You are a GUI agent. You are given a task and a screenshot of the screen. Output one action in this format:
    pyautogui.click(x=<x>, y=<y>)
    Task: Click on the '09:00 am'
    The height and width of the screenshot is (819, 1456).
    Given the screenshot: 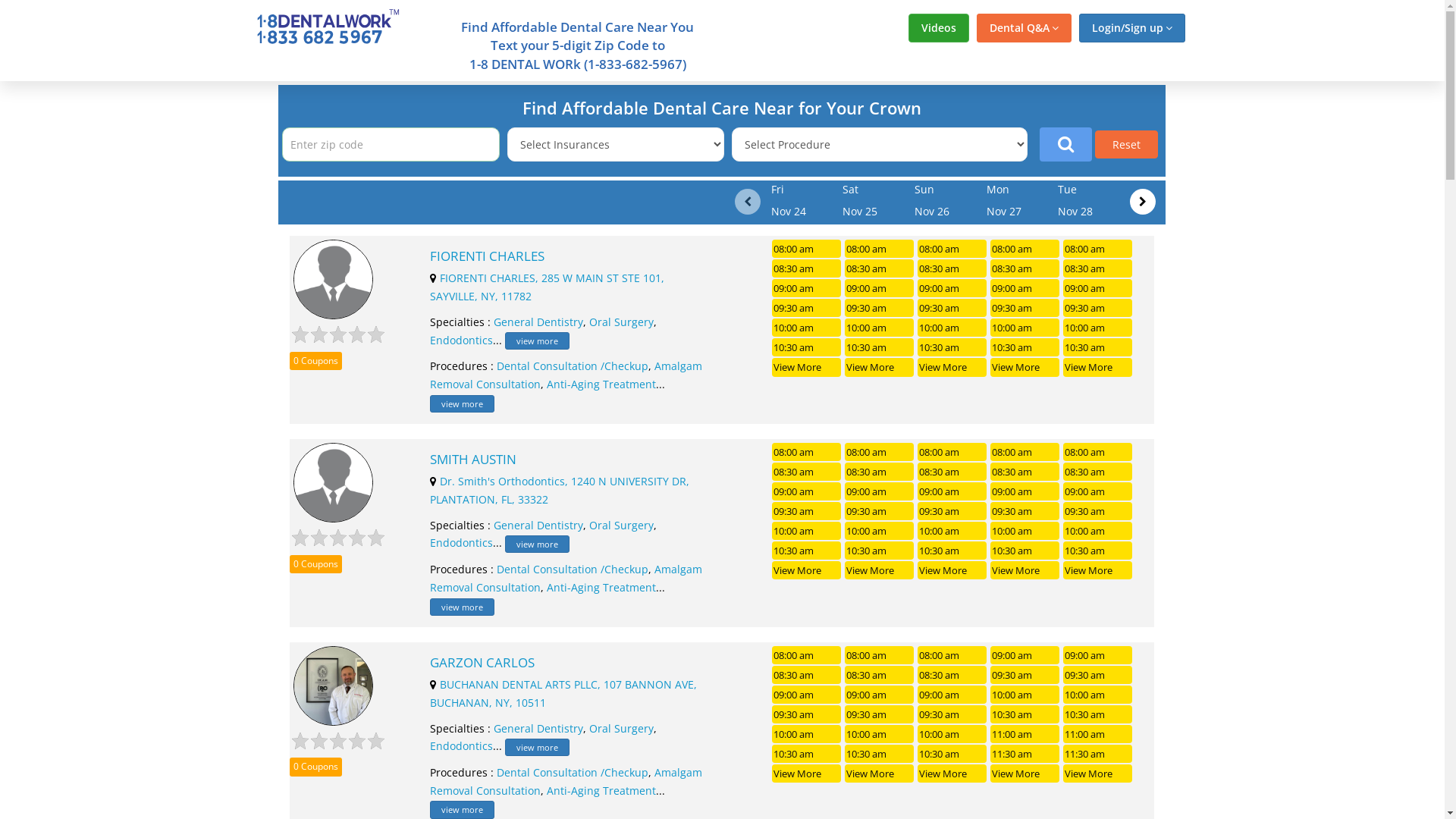 What is the action you would take?
    pyautogui.click(x=951, y=288)
    